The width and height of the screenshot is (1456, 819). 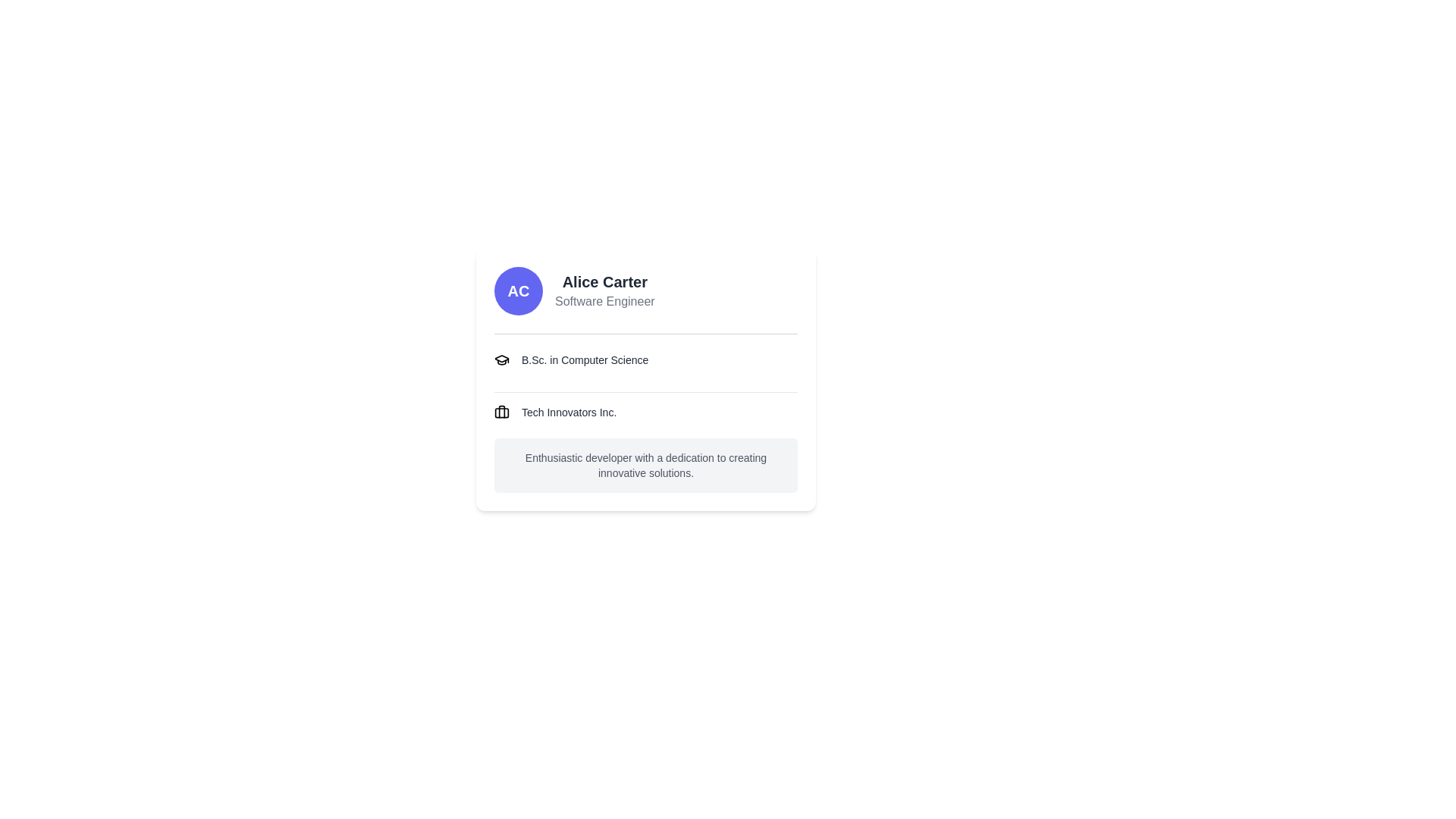 I want to click on the Profile Header which features a blue circular background with initials 'AC' and the name 'Alice Carter' with the title 'Software Engineer' below, so click(x=645, y=300).